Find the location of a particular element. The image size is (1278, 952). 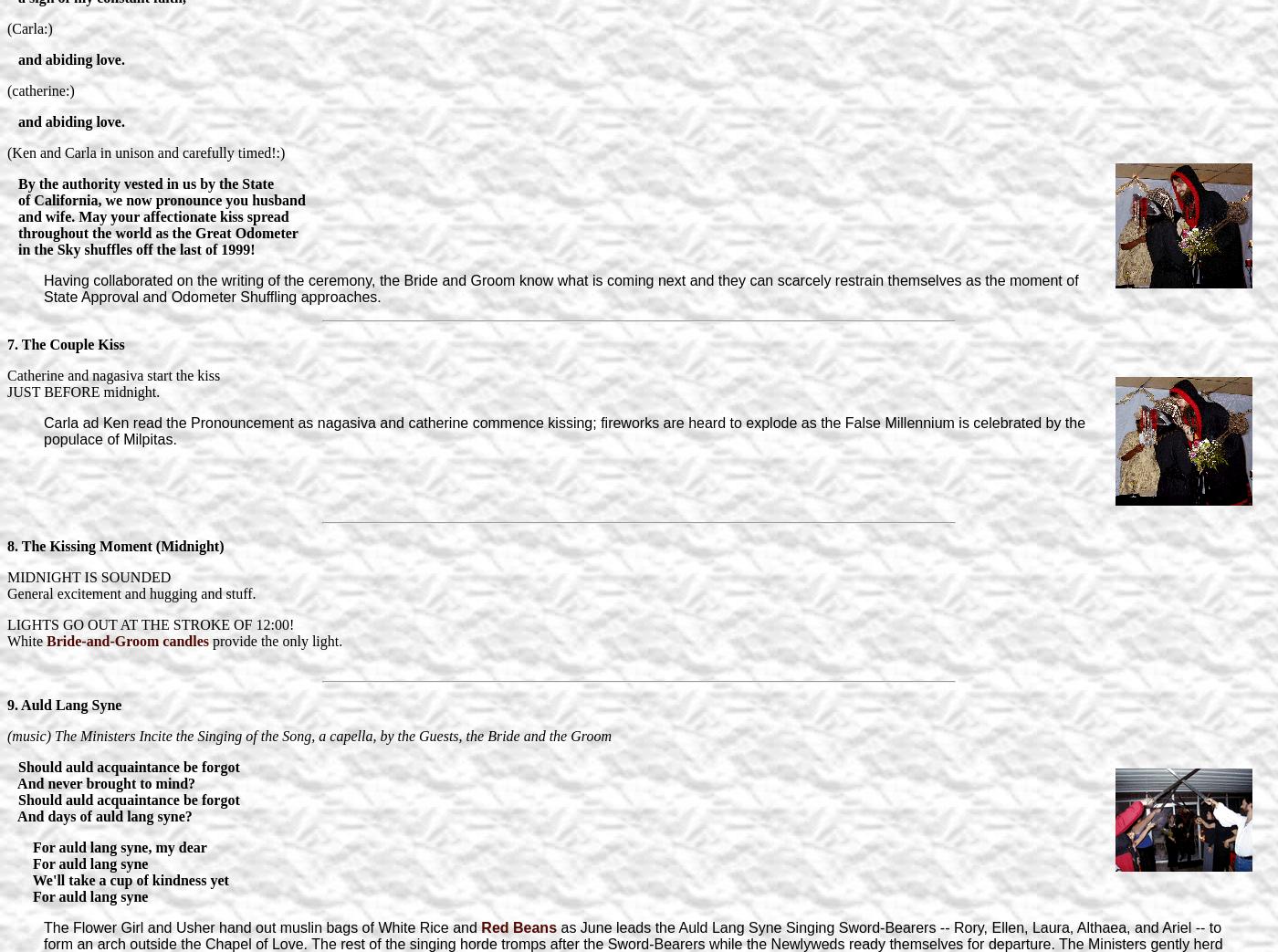

'Carla ad Ken read the Pronouncement as nagasiva and
catherine commence kissing; fireworks are
heard to explode as the False Millennium is celebrated by the populace
of Milpitas.' is located at coordinates (564, 429).